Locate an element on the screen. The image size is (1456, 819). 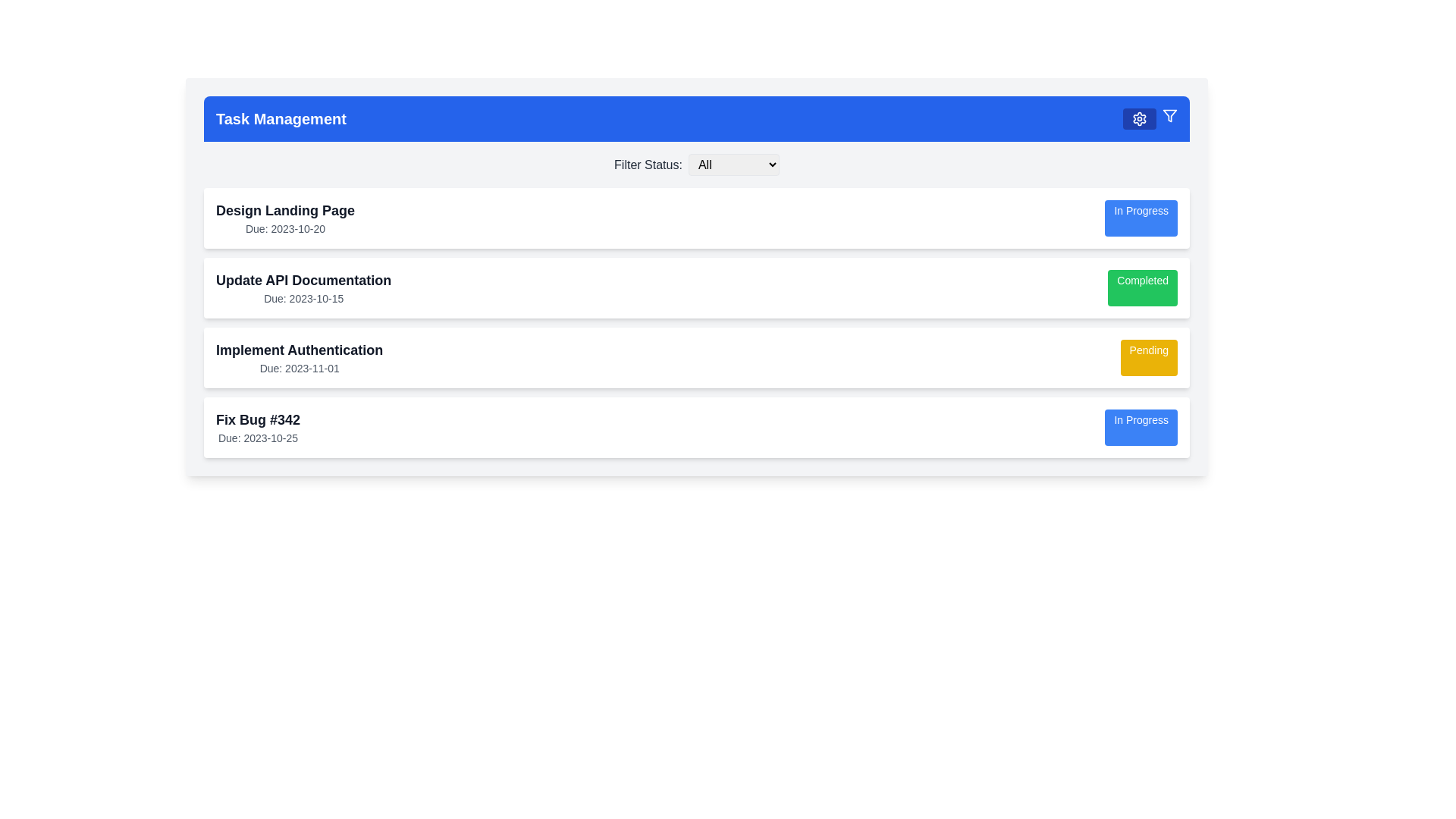
the text label that reads 'Filter Status:' which is positioned to the left of the dropdown menu labeled 'All' is located at coordinates (648, 165).